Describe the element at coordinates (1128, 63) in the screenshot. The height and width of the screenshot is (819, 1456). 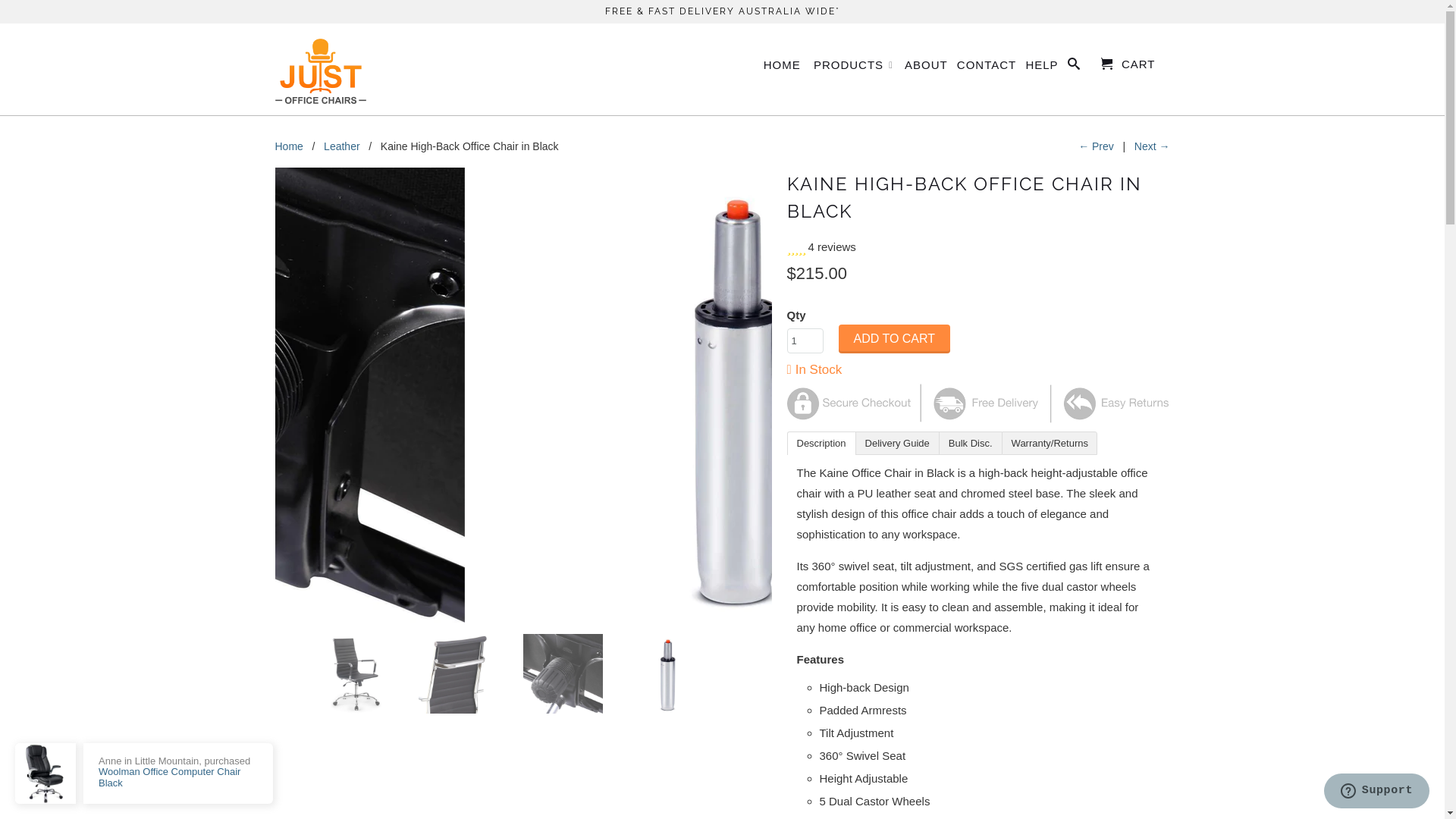
I see `'CART'` at that location.